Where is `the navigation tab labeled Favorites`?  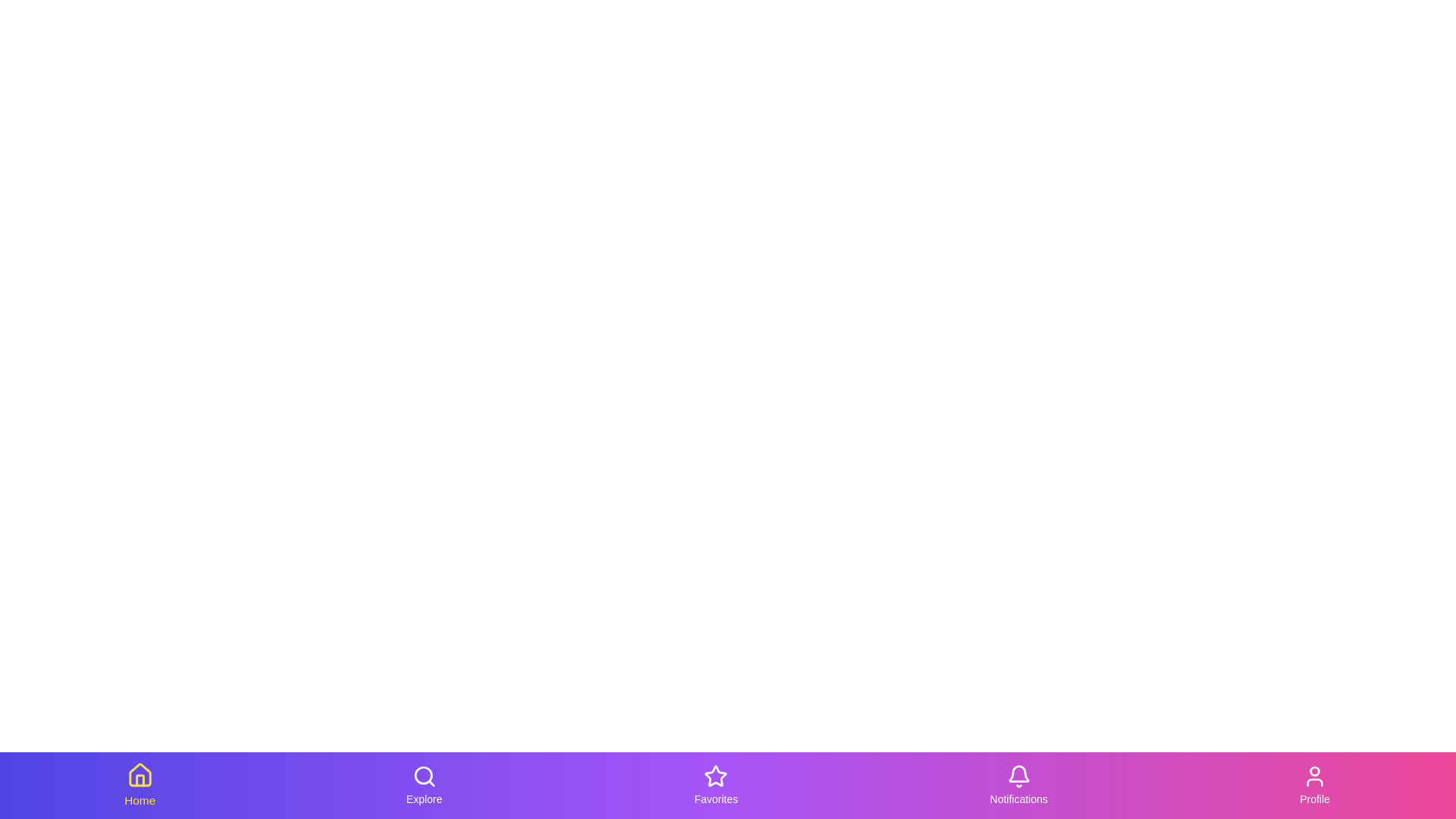 the navigation tab labeled Favorites is located at coordinates (715, 785).